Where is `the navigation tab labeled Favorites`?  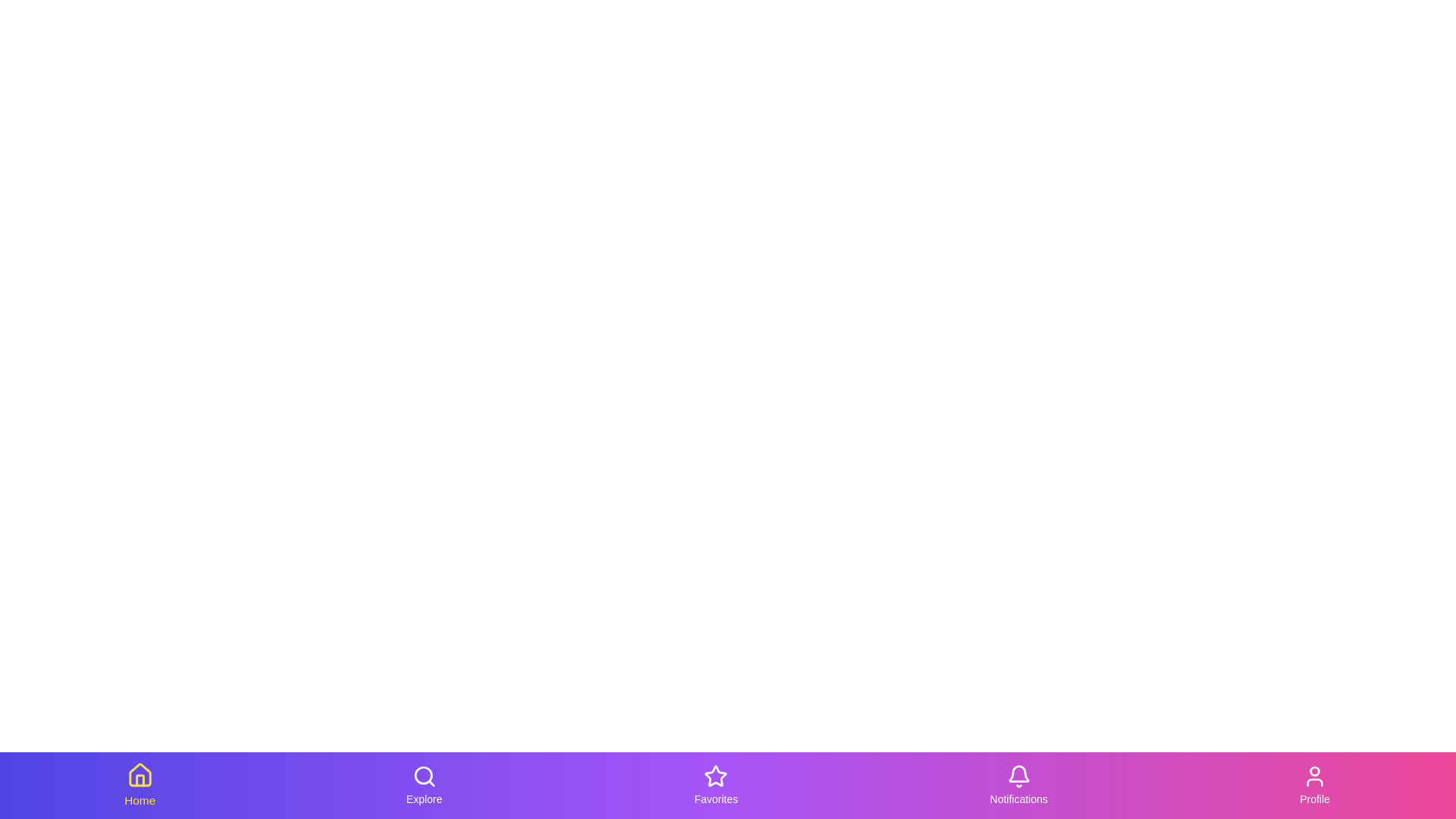 the navigation tab labeled Favorites is located at coordinates (715, 785).